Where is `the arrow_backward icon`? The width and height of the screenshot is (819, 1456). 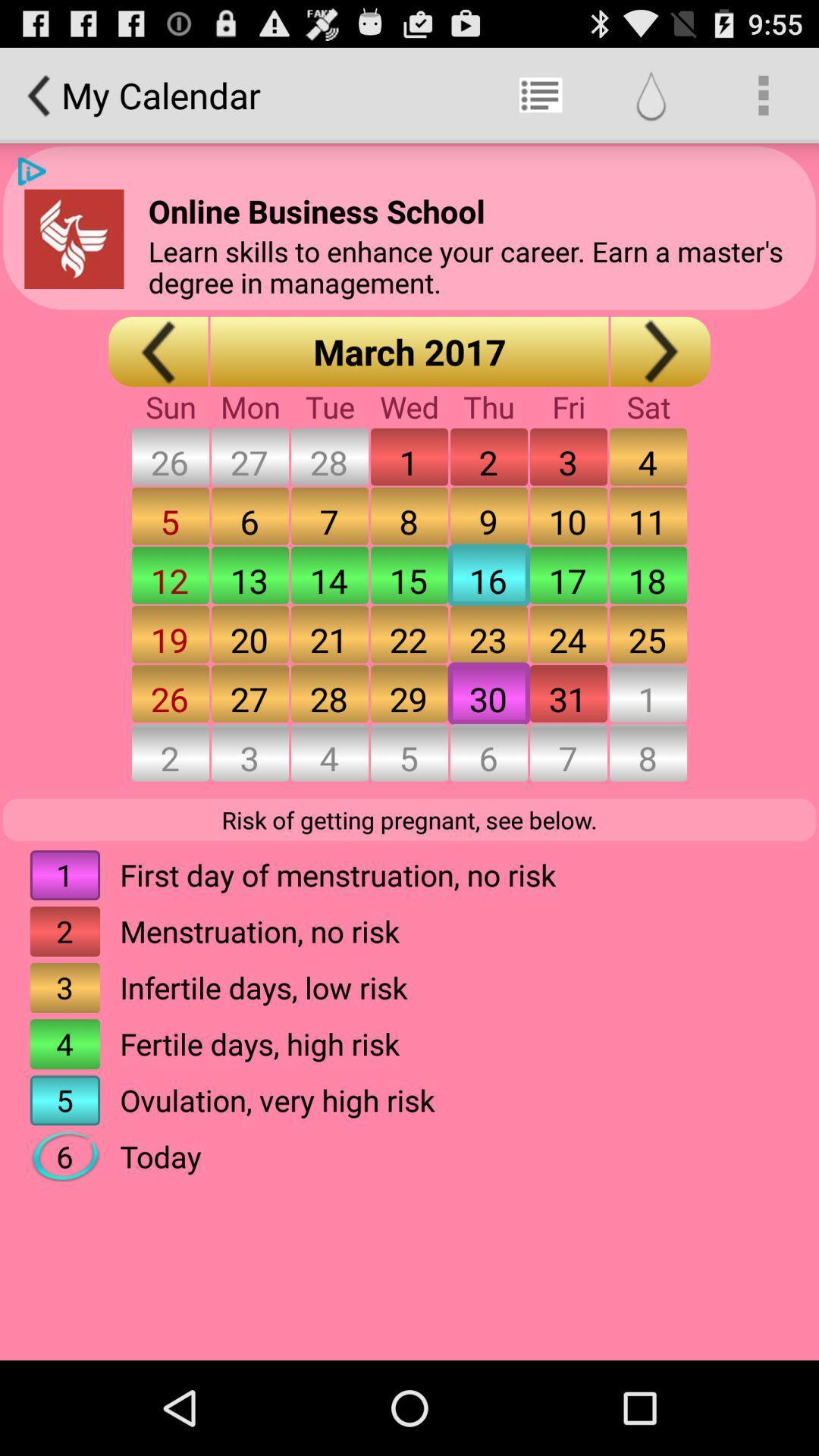
the arrow_backward icon is located at coordinates (158, 376).